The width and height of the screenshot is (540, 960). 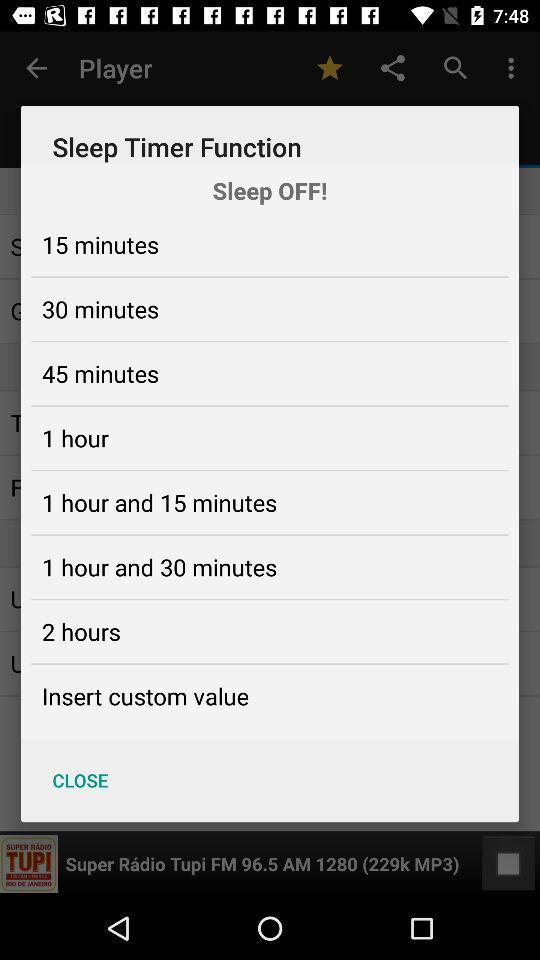 What do you see at coordinates (99, 372) in the screenshot?
I see `45 minutes` at bounding box center [99, 372].